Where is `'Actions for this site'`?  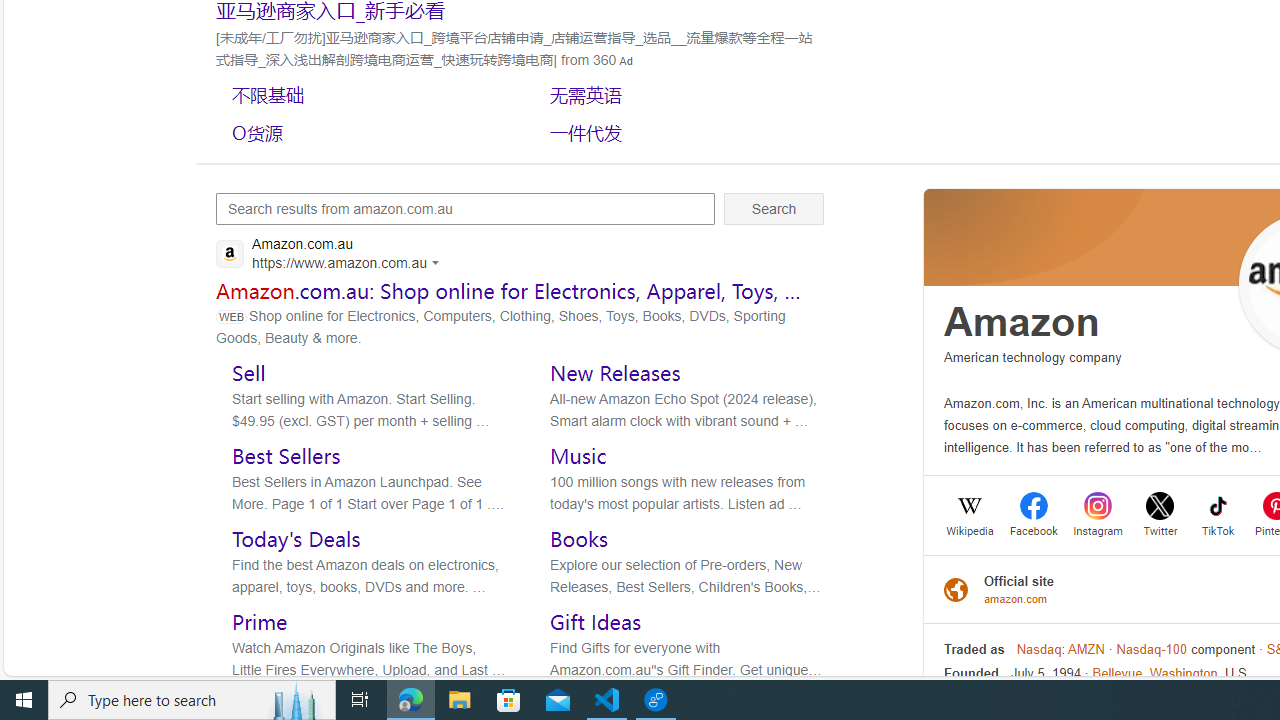
'Actions for this site' is located at coordinates (438, 261).